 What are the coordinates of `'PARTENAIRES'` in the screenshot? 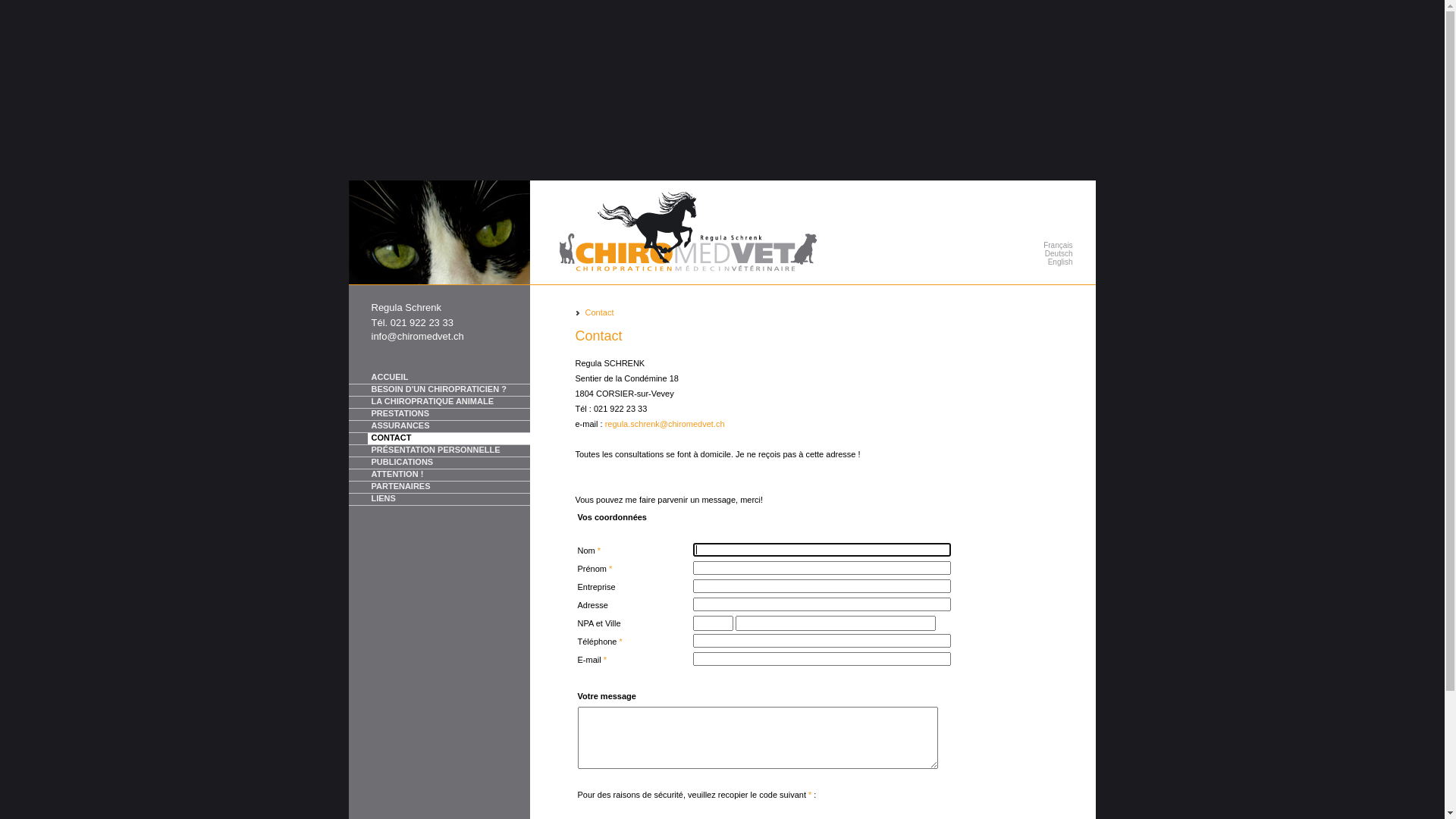 It's located at (438, 488).